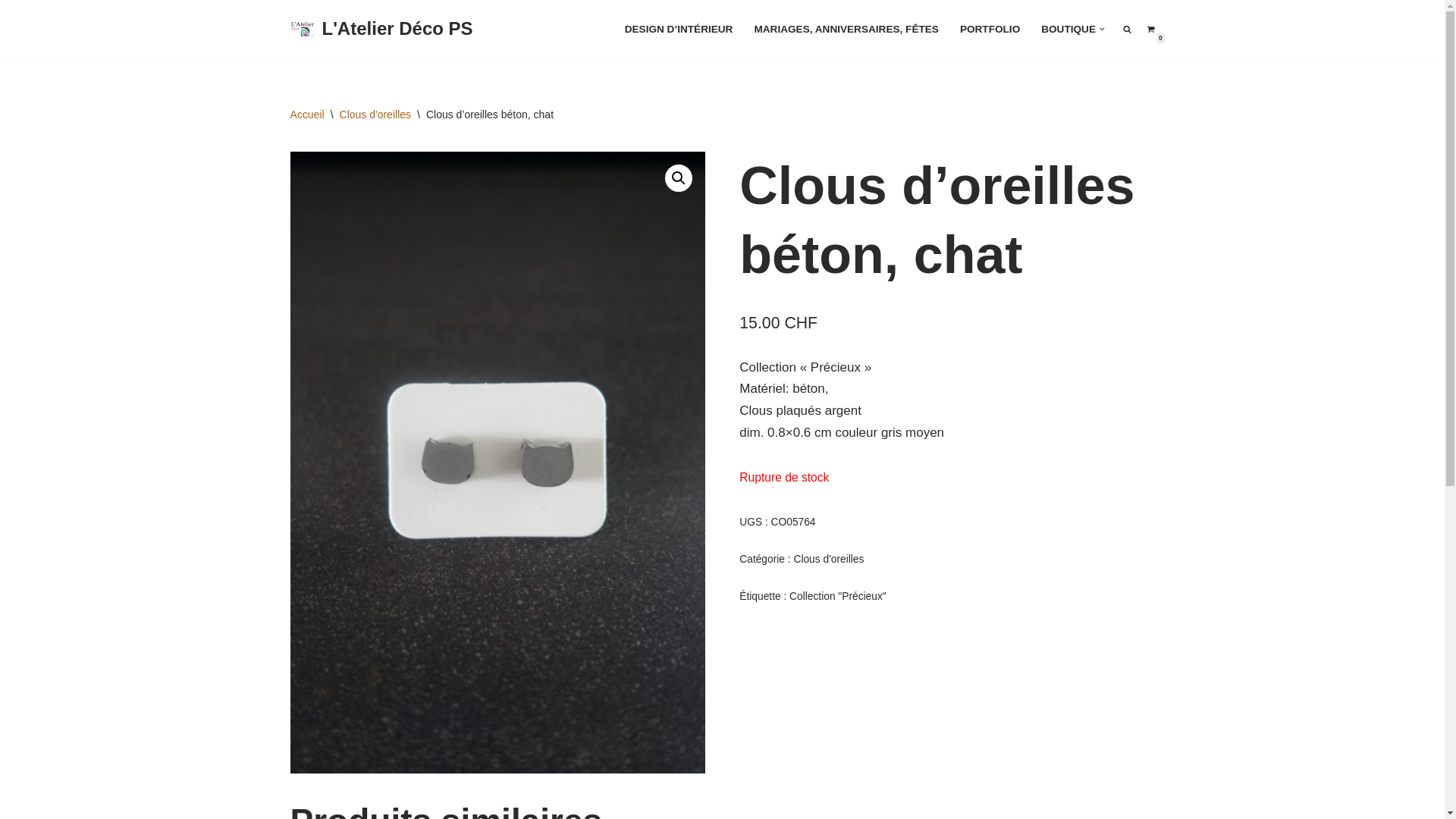 This screenshot has width=1456, height=819. What do you see at coordinates (375, 113) in the screenshot?
I see `'Clous d'oreilles'` at bounding box center [375, 113].